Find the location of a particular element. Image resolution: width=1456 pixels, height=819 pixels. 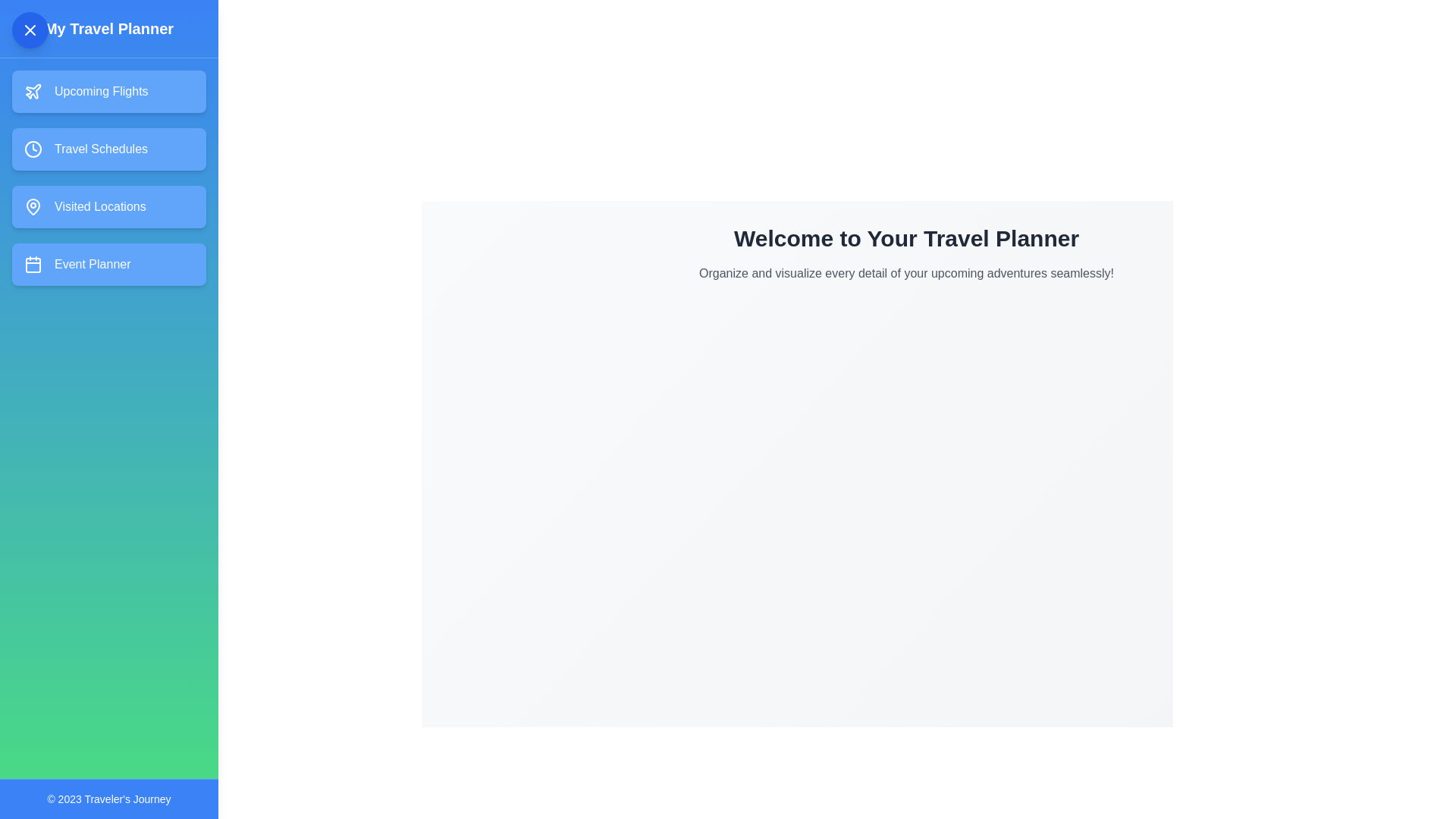

the small plane-shaped icon in the sidebar menu, which is located above the 'Upcoming Flights' label is located at coordinates (33, 91).